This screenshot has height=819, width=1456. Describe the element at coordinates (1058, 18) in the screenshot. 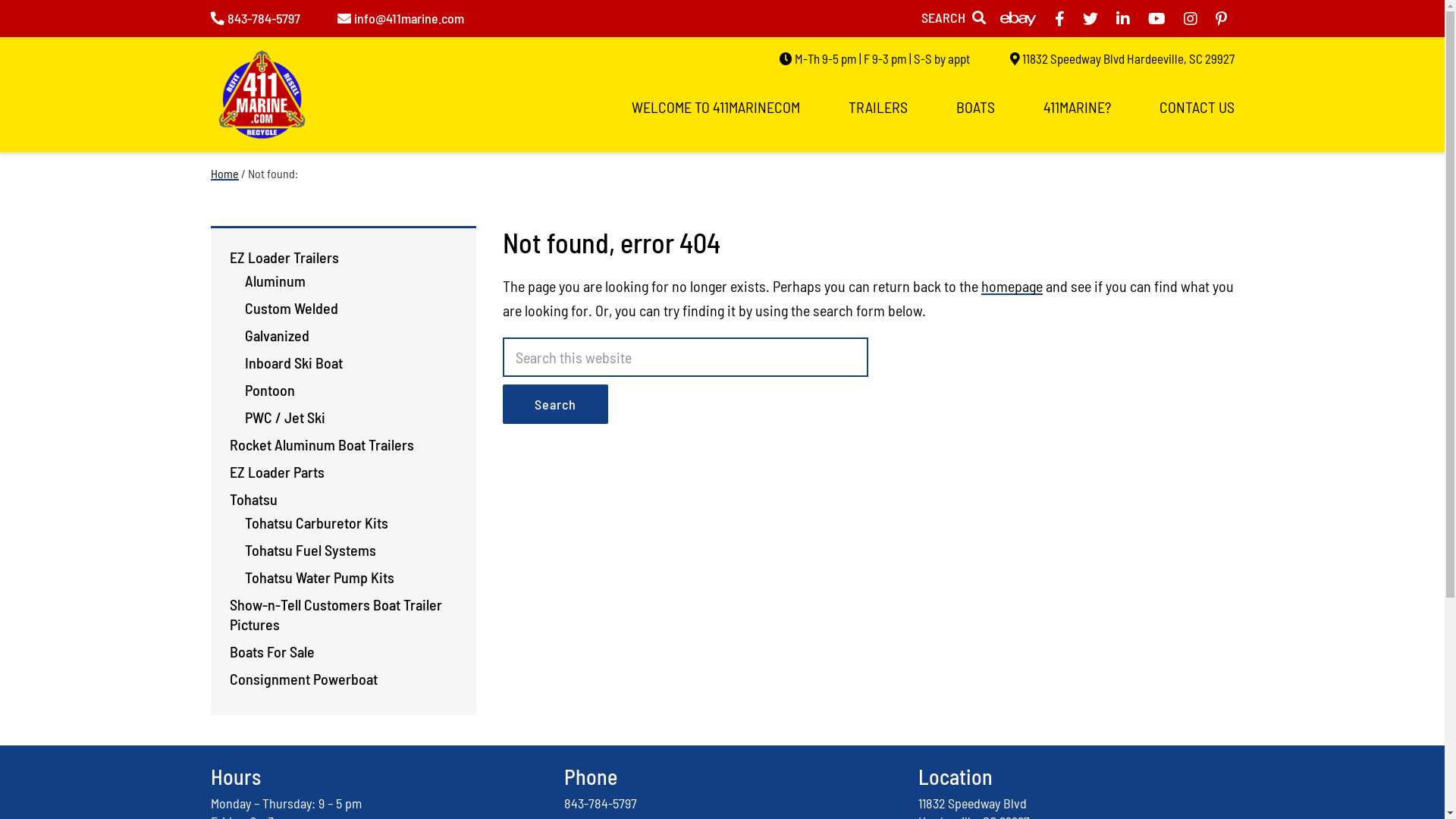

I see `'Facebook'` at that location.